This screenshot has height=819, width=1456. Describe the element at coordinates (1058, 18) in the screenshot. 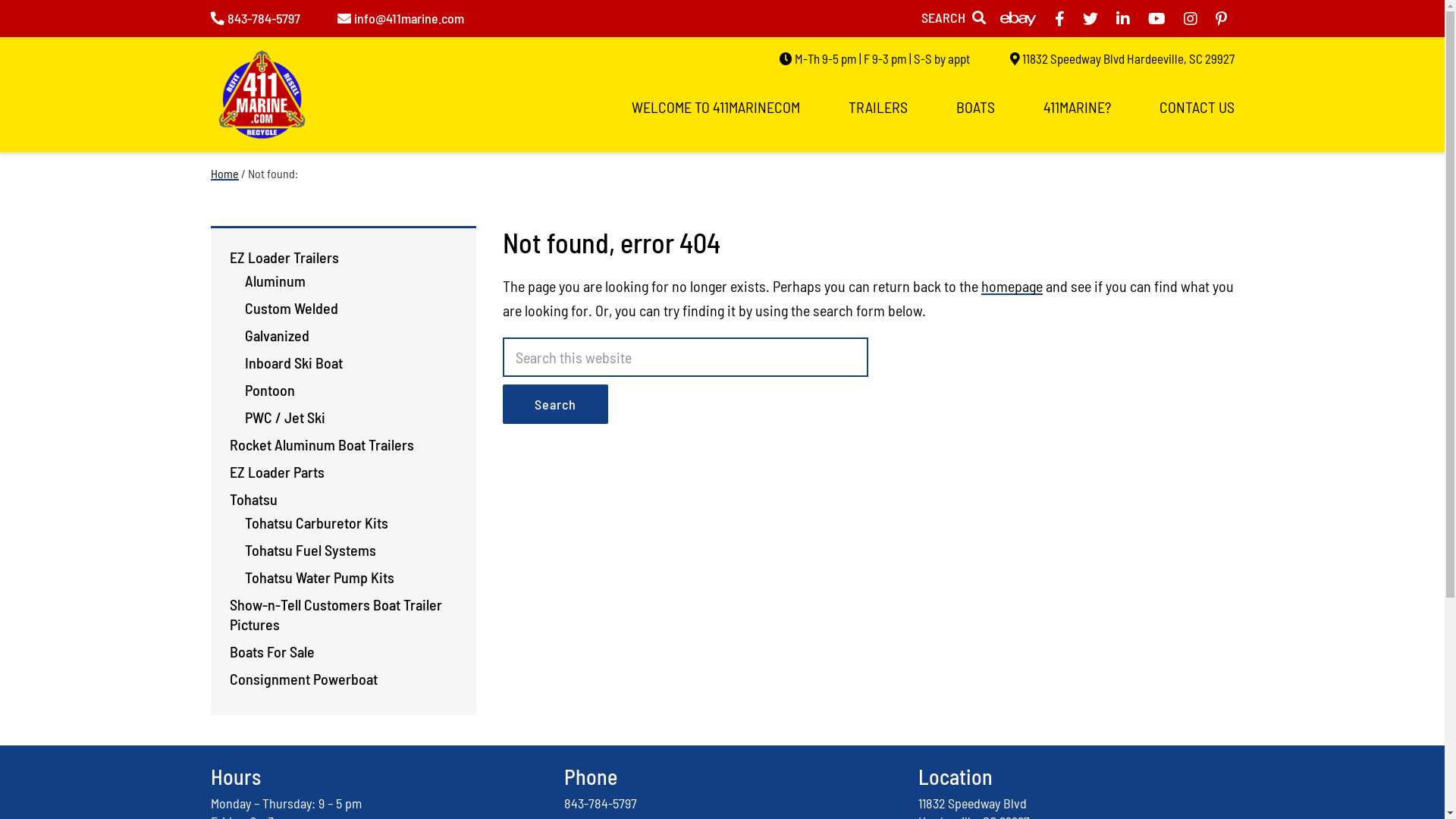

I see `'Facebook'` at that location.